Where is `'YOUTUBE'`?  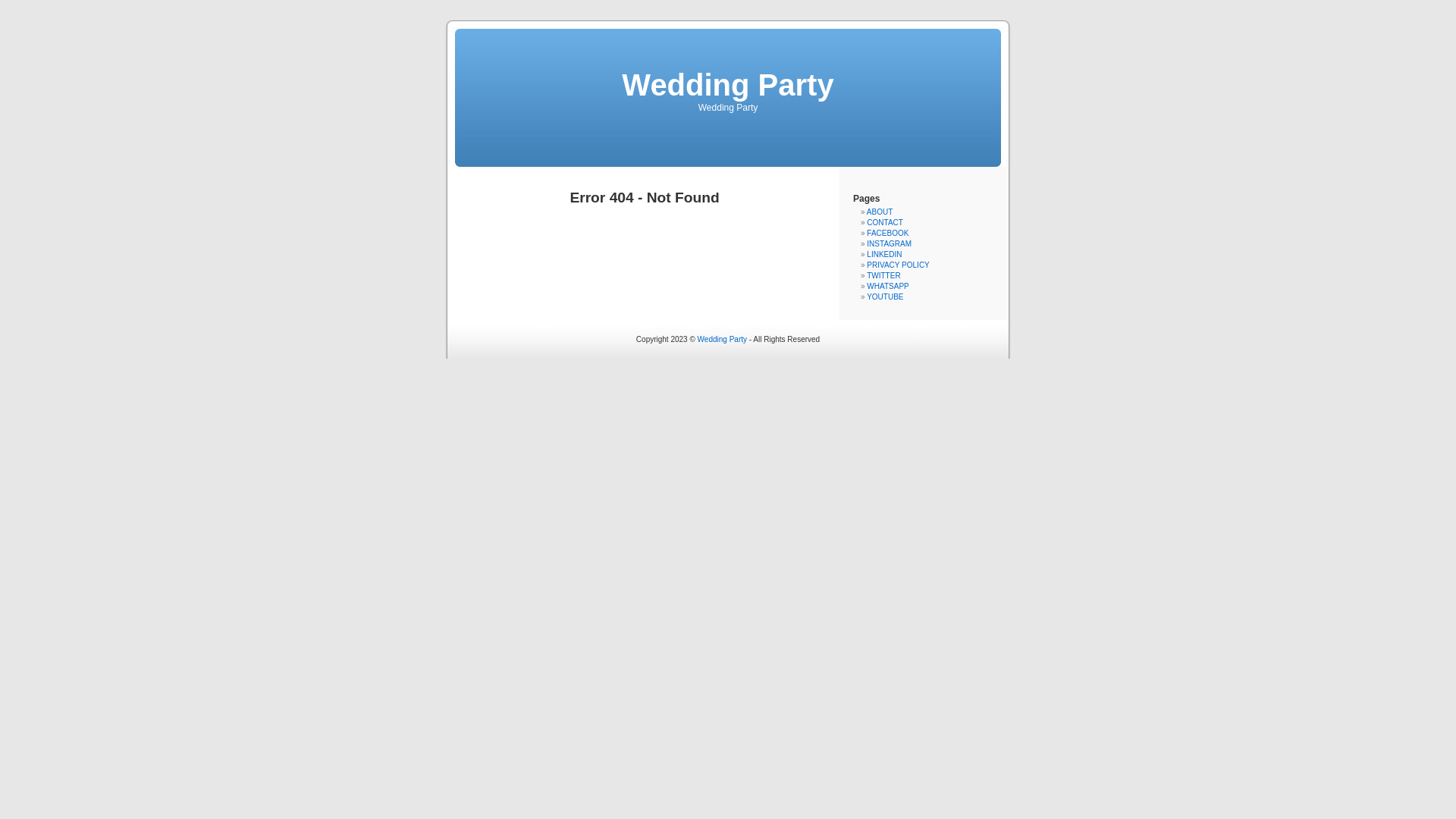
'YOUTUBE' is located at coordinates (884, 297).